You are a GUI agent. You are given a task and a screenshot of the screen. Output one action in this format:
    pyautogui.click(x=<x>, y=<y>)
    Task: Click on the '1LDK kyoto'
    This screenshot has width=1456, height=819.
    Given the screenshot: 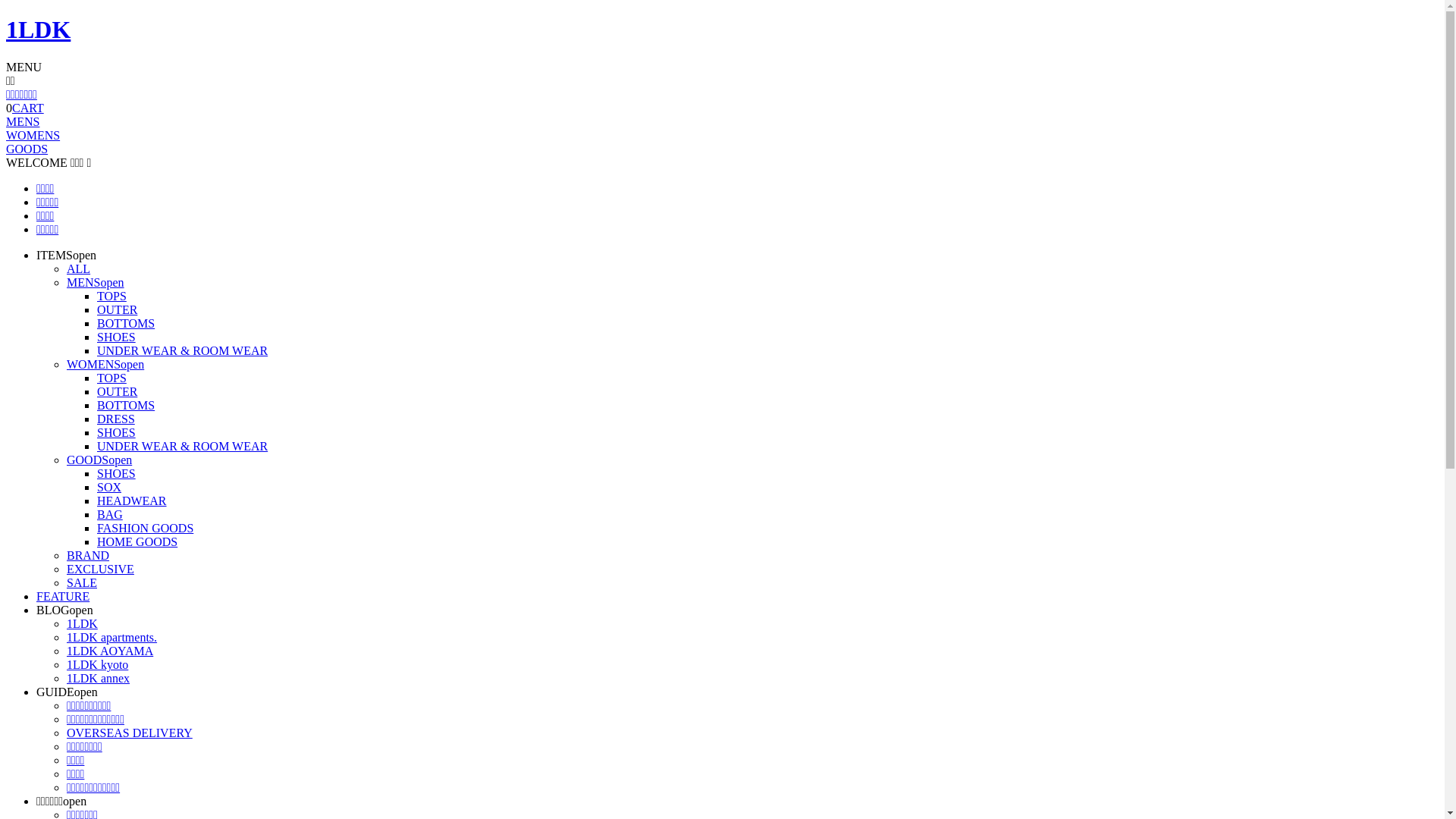 What is the action you would take?
    pyautogui.click(x=96, y=664)
    